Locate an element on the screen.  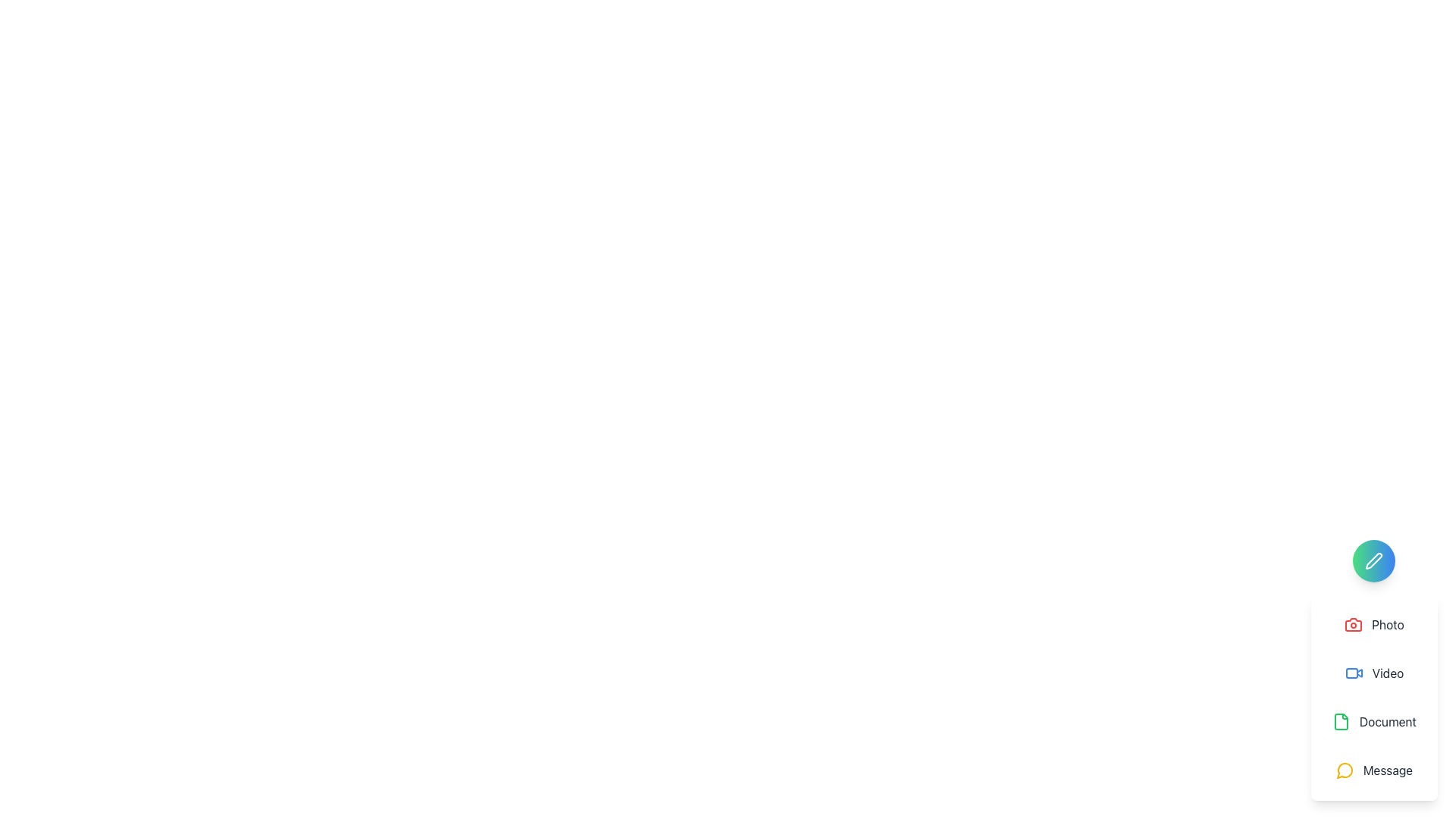
the blue video camera icon located to the left of the 'Video' text in the menu is located at coordinates (1354, 672).